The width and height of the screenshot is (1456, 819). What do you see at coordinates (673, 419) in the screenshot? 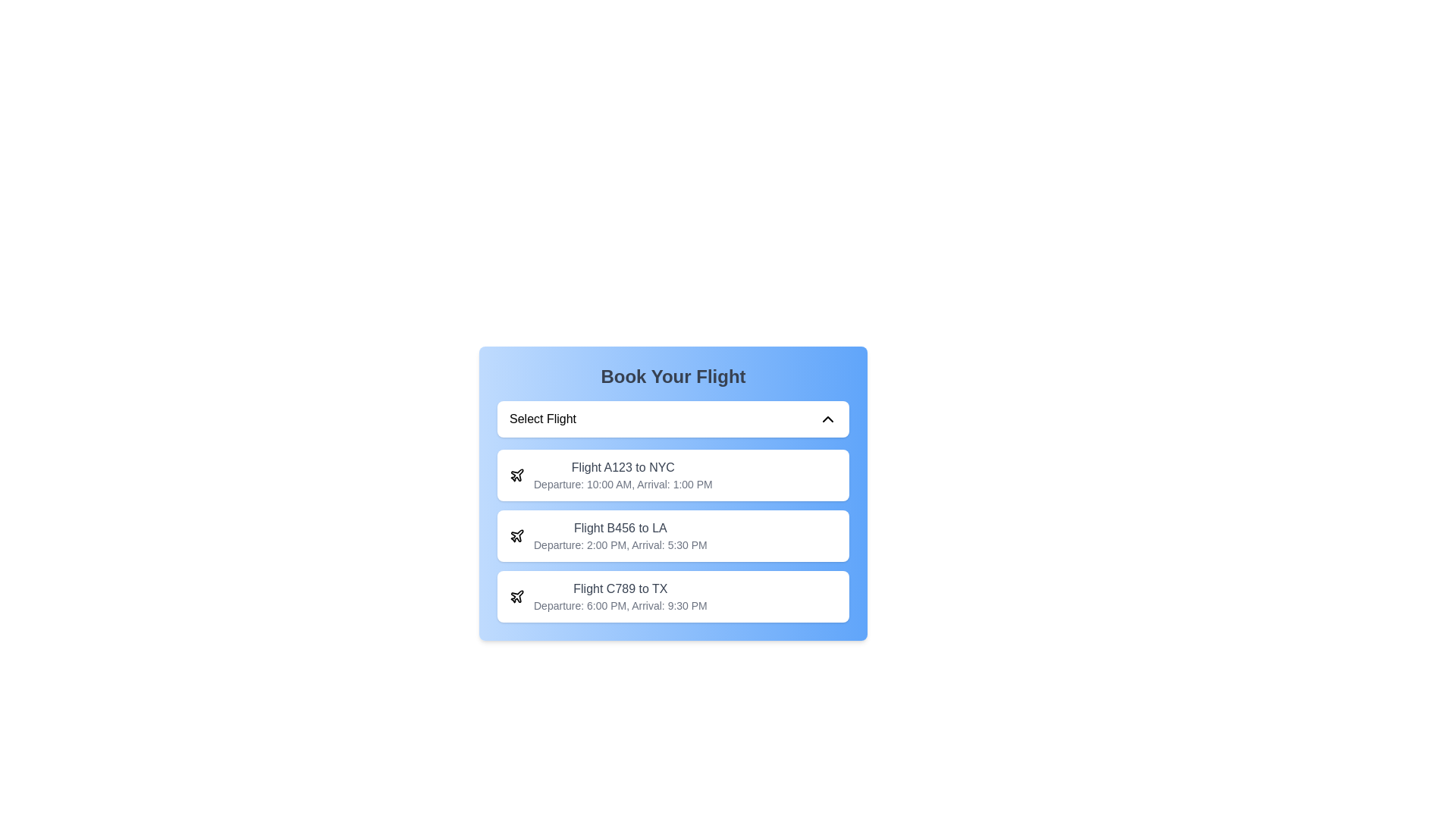
I see `the toggle button to toggle the menu visibility` at bounding box center [673, 419].